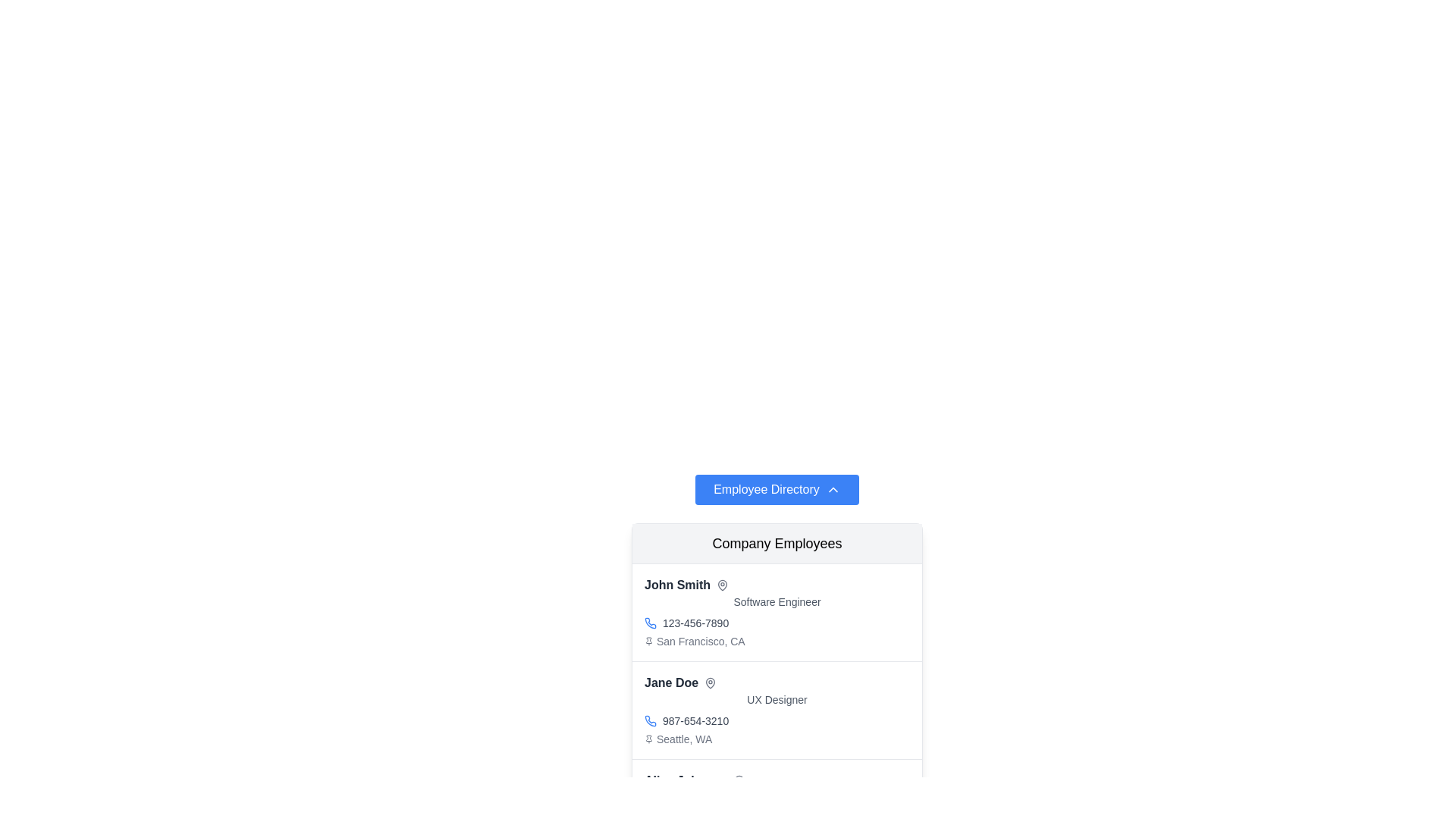 The width and height of the screenshot is (1456, 819). Describe the element at coordinates (777, 601) in the screenshot. I see `the static text display that shows the job title of the individual in the employee directory card, located below the name 'John Smith' and above the phone number '123-456-7890'` at that location.